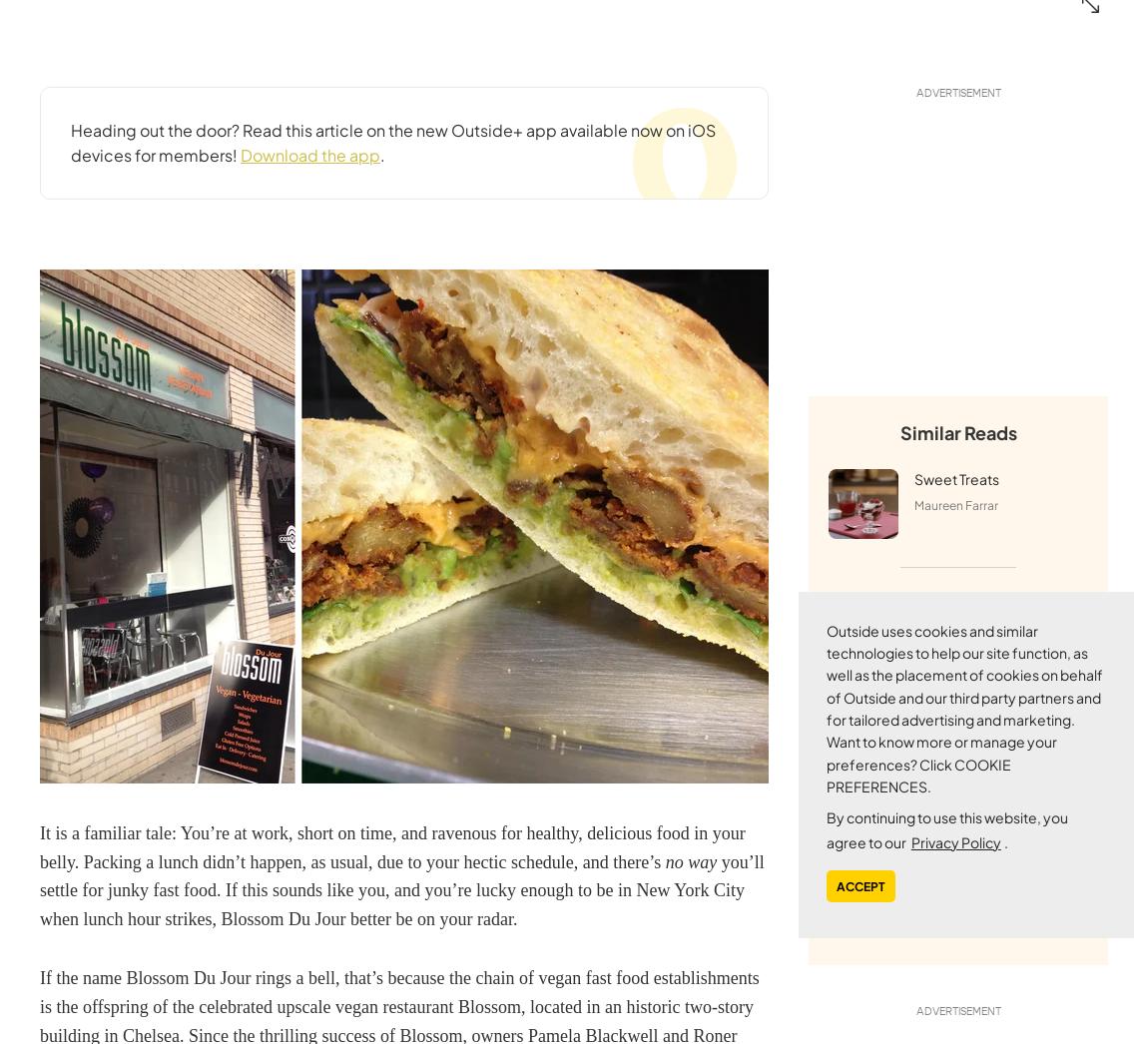  I want to click on 'Vegetarian Times Editors', so click(984, 671).